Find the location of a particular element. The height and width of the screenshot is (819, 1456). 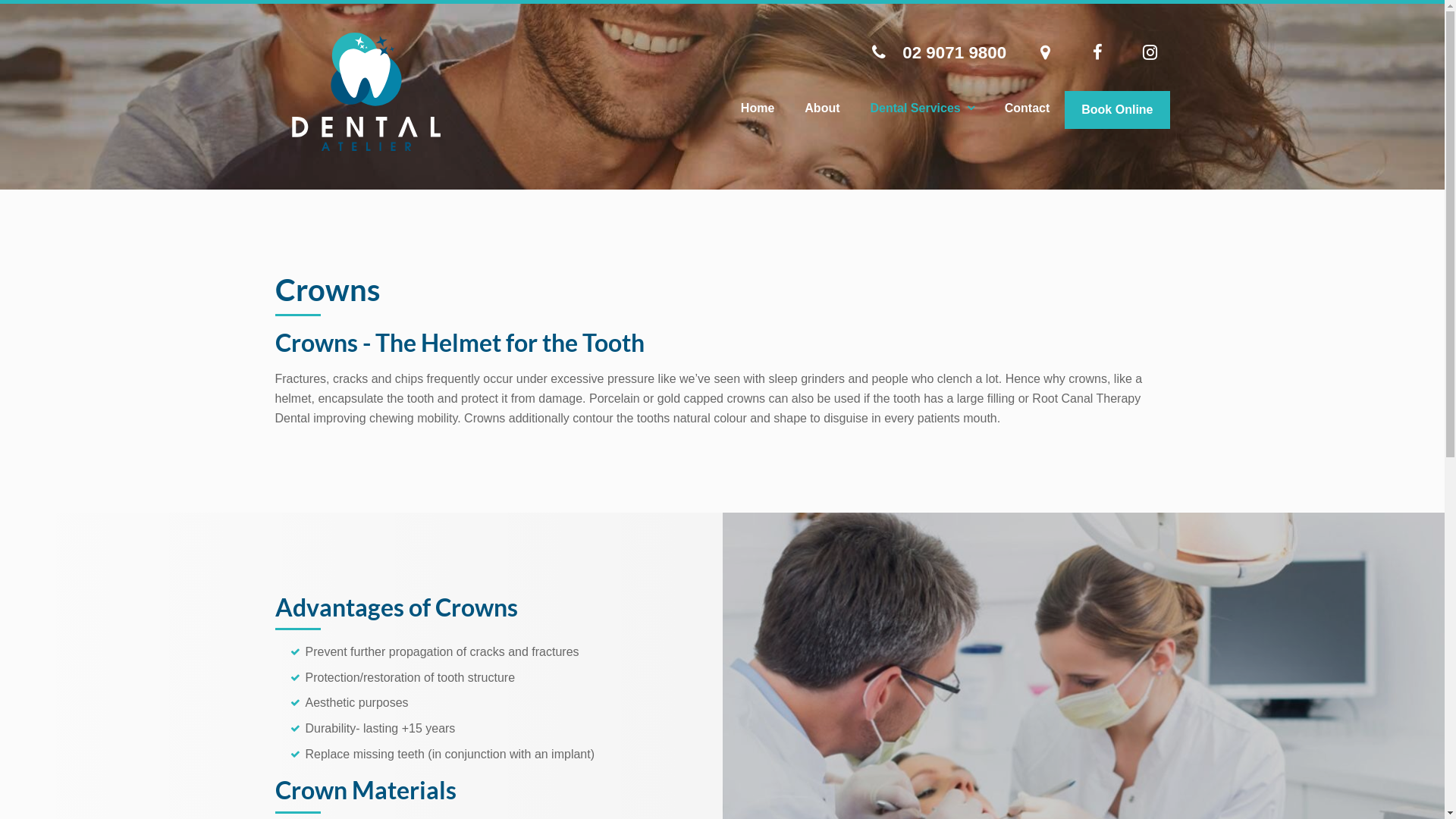

'Book Online' is located at coordinates (1117, 109).